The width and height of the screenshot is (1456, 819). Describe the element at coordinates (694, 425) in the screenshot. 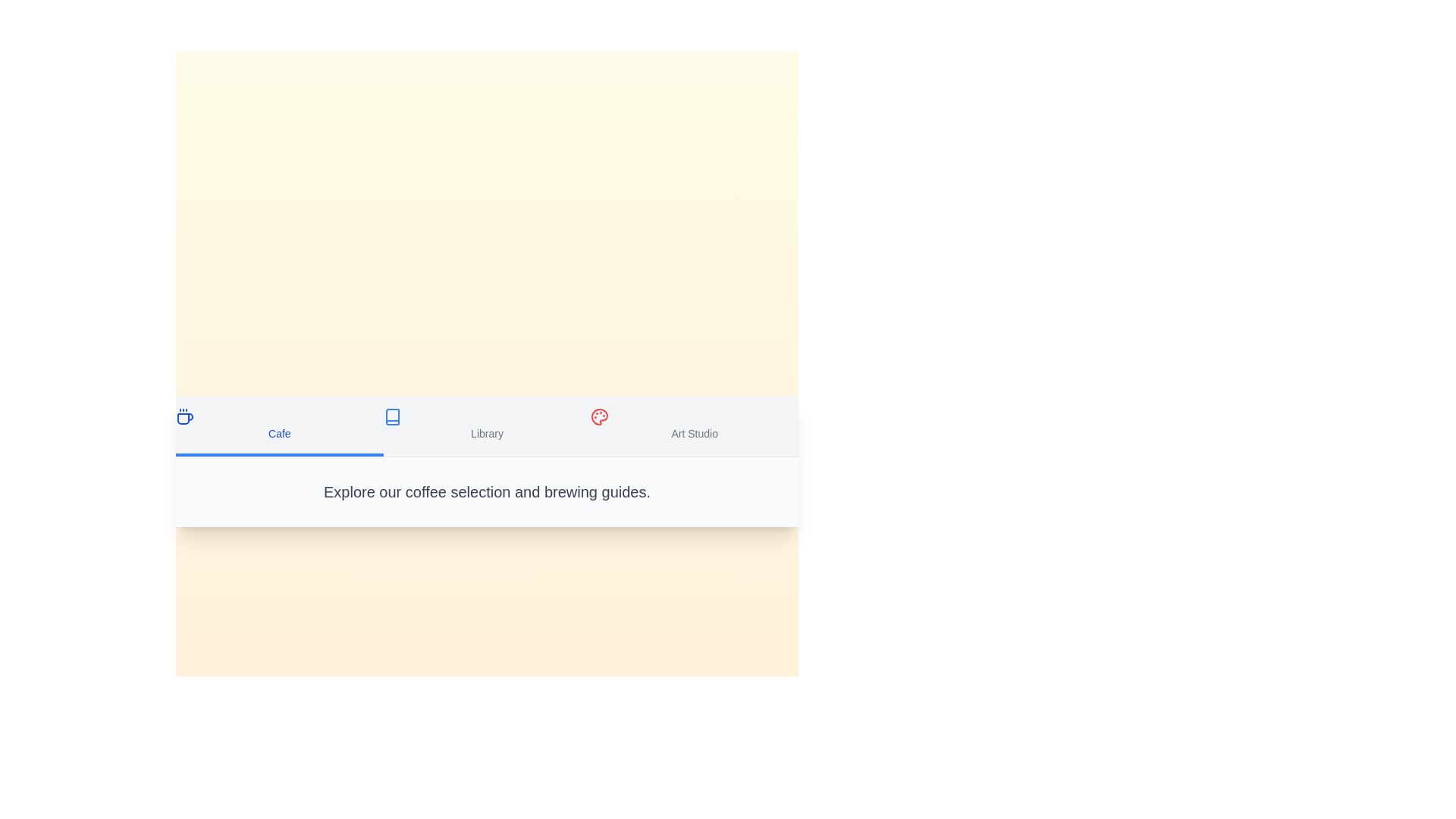

I see `the Art Studio tab` at that location.